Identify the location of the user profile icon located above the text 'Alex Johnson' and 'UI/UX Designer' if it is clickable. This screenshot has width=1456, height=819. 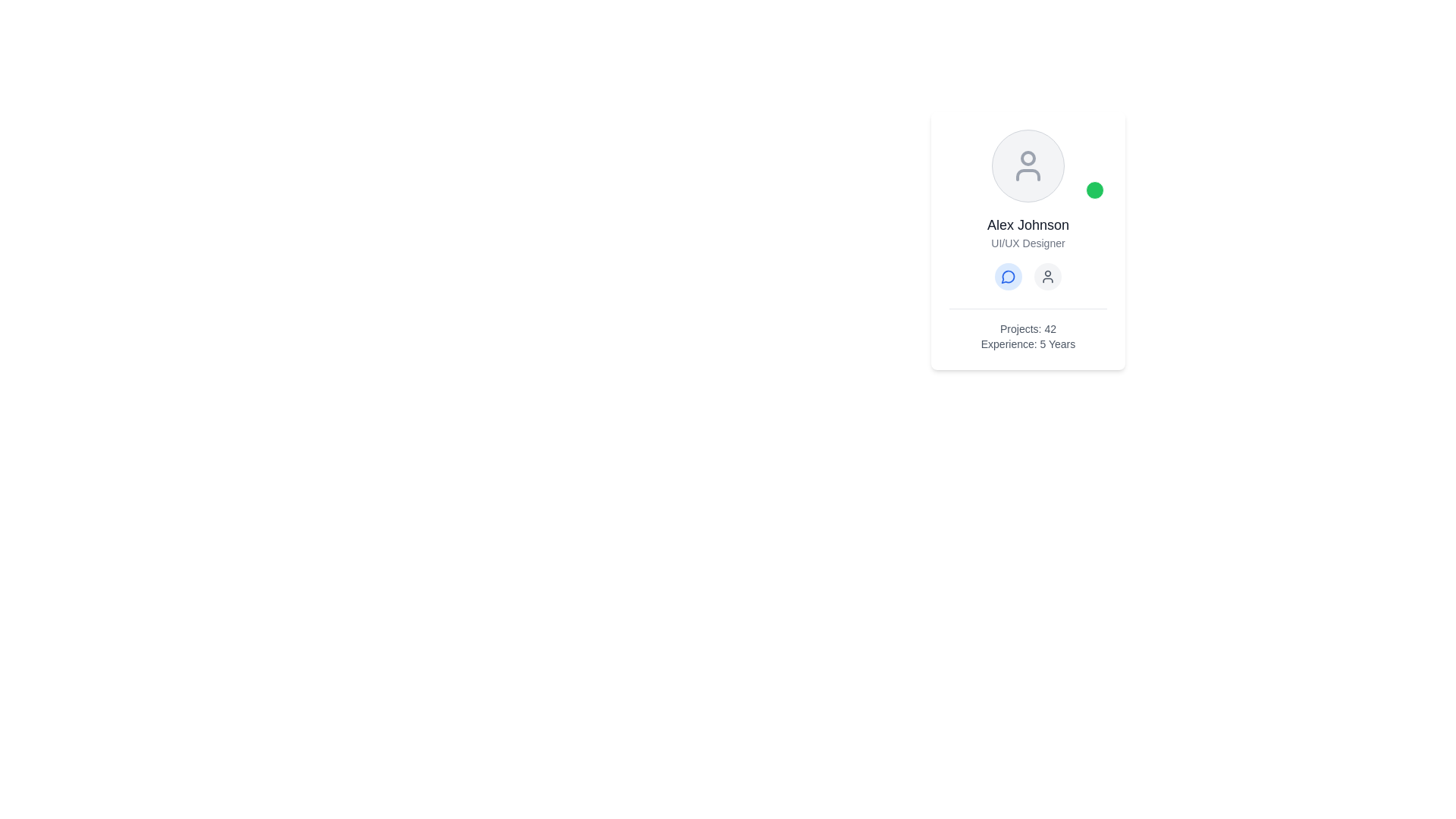
(1028, 166).